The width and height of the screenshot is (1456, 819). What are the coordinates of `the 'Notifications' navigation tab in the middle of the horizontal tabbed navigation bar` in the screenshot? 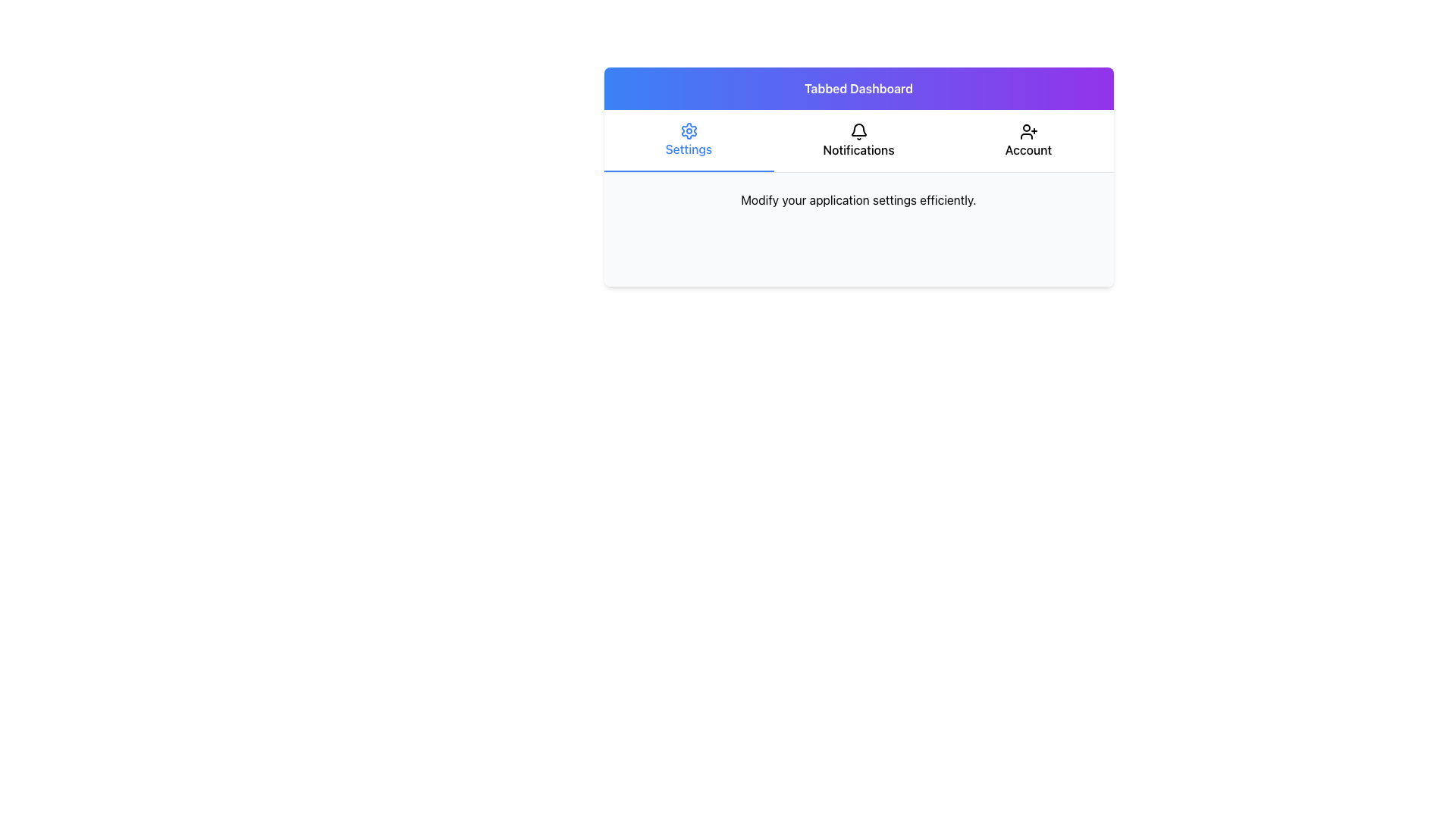 It's located at (858, 140).